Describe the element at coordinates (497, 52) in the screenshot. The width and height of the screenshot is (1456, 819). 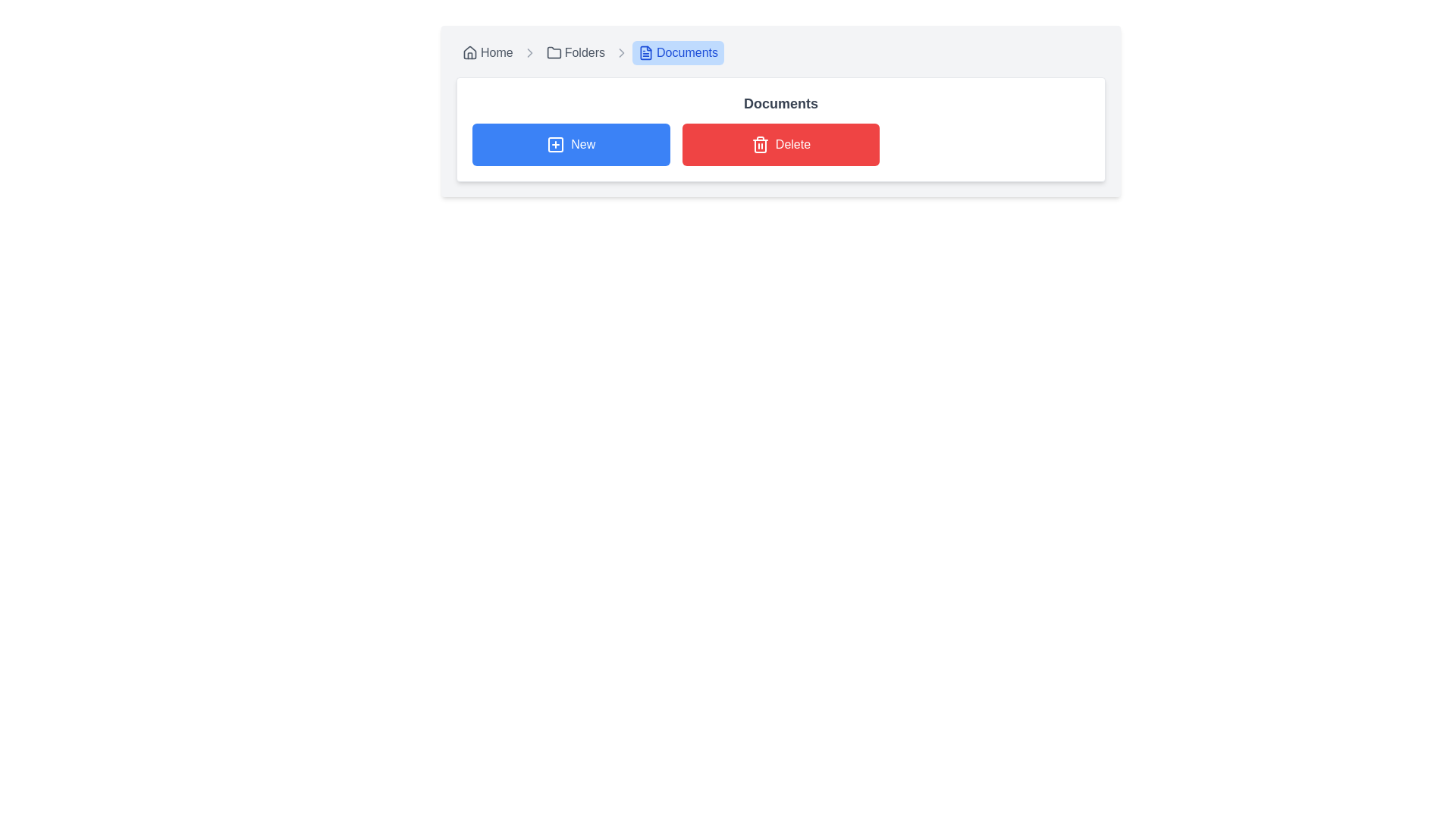
I see `the 'Home' text label in the breadcrumb navigation bar, which is positioned to the immediate right of the house icon` at that location.